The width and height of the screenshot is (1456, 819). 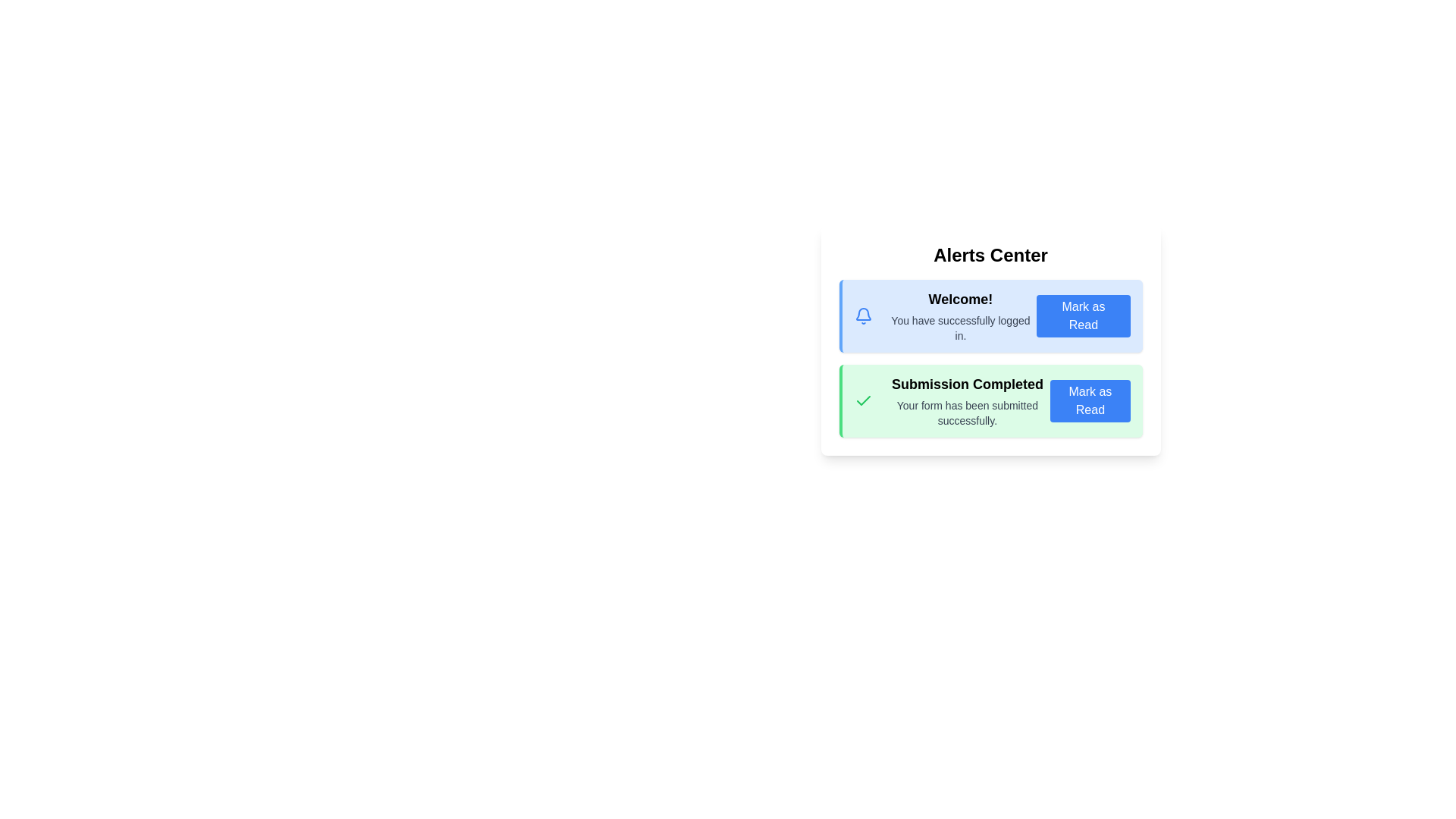 I want to click on the Text heading element that serves as the title for the notification card in the Alerts Center interface, which is located above the text 'You have successfully logged in.', so click(x=960, y=299).